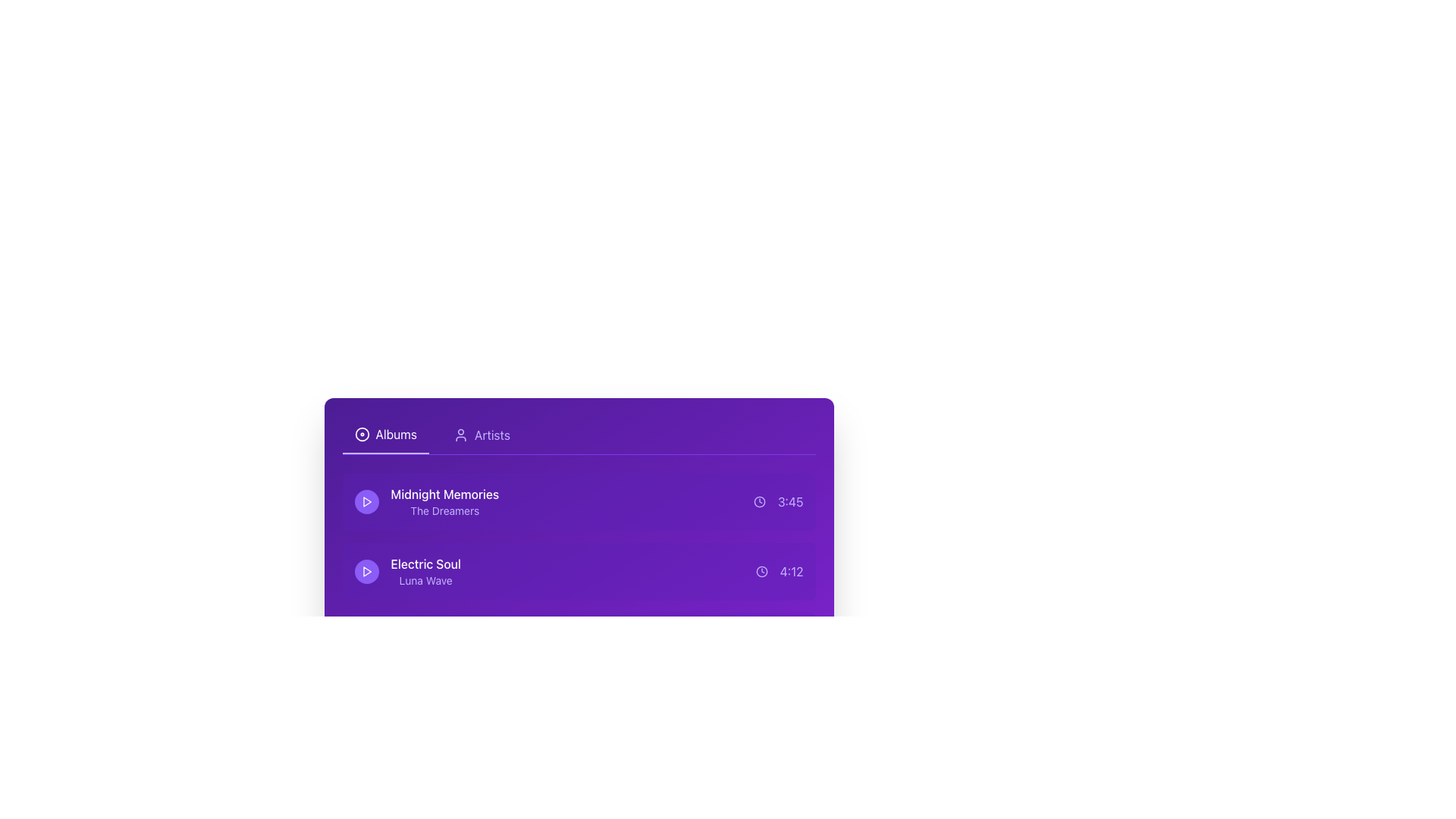  What do you see at coordinates (444, 502) in the screenshot?
I see `the text content element that displays 'Midnight Memories' in a bold white font and 'The Dreamers' in a light violet font, positioned towards the center-left of a horizontal list item` at bounding box center [444, 502].